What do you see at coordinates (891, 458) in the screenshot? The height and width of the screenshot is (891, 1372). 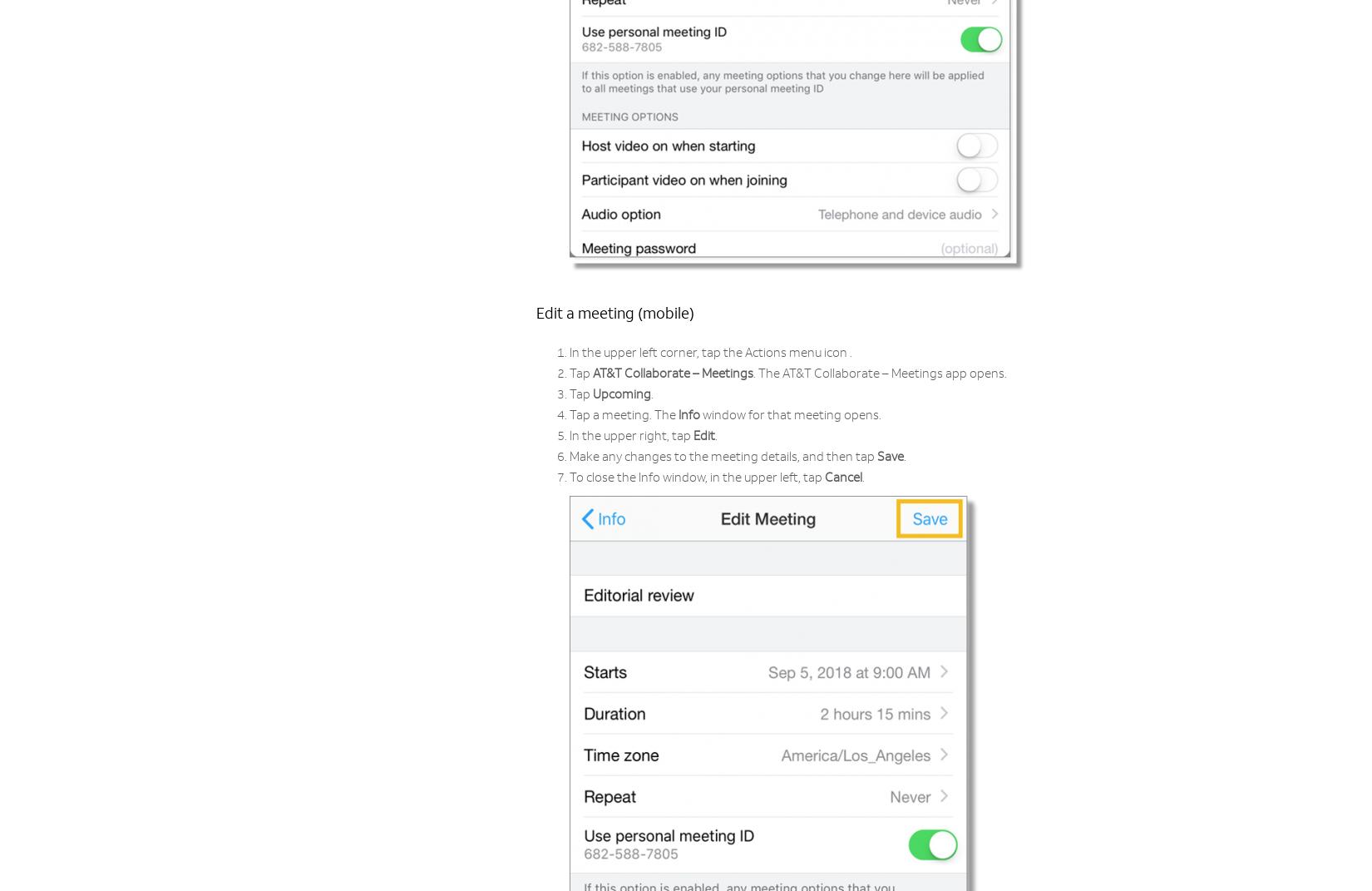 I see `'Save'` at bounding box center [891, 458].